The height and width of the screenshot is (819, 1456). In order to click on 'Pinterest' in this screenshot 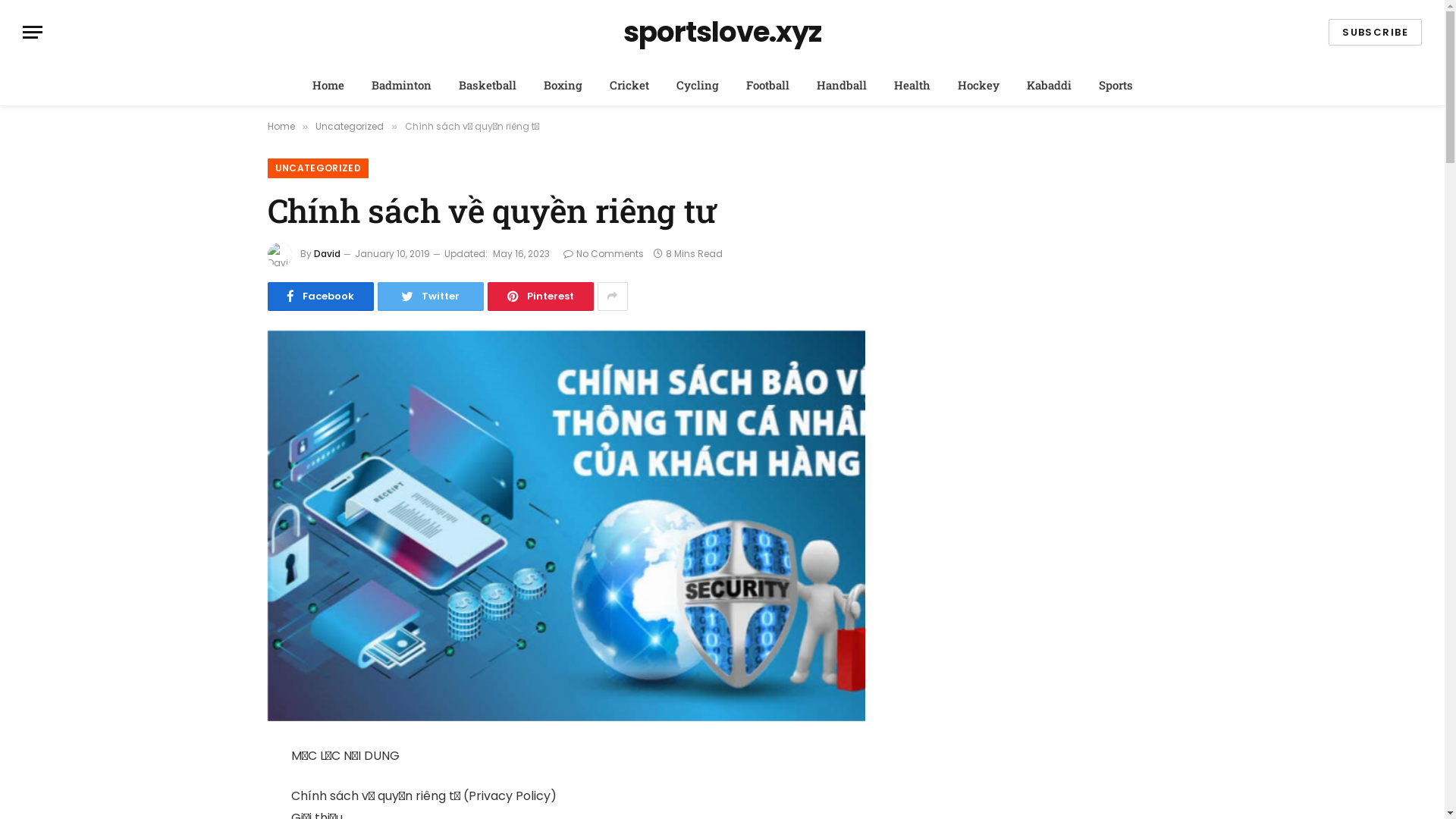, I will do `click(539, 296)`.